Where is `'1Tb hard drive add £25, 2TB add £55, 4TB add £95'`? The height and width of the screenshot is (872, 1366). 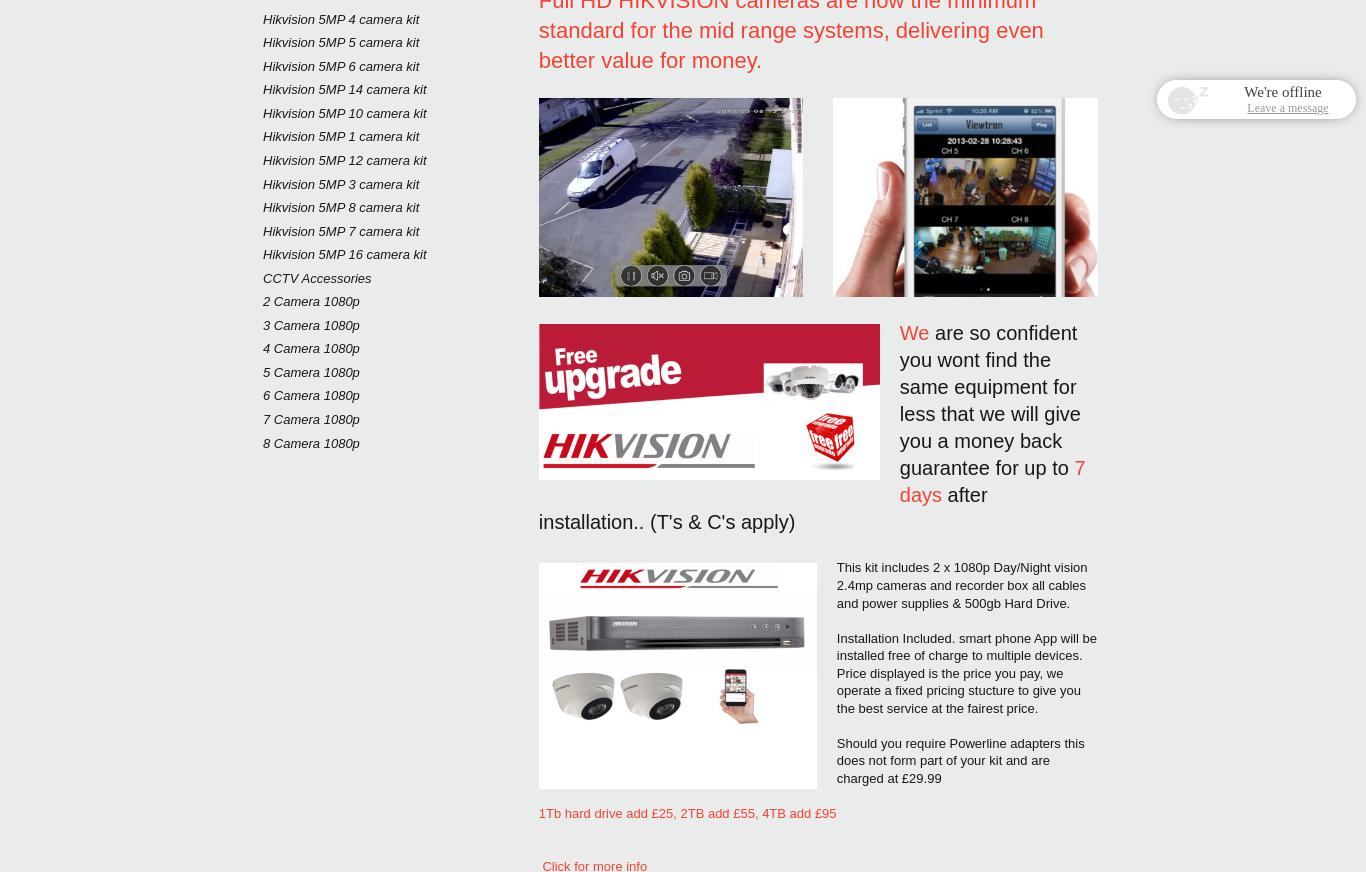 '1Tb hard drive add £25, 2TB add £55, 4TB add £95' is located at coordinates (689, 813).